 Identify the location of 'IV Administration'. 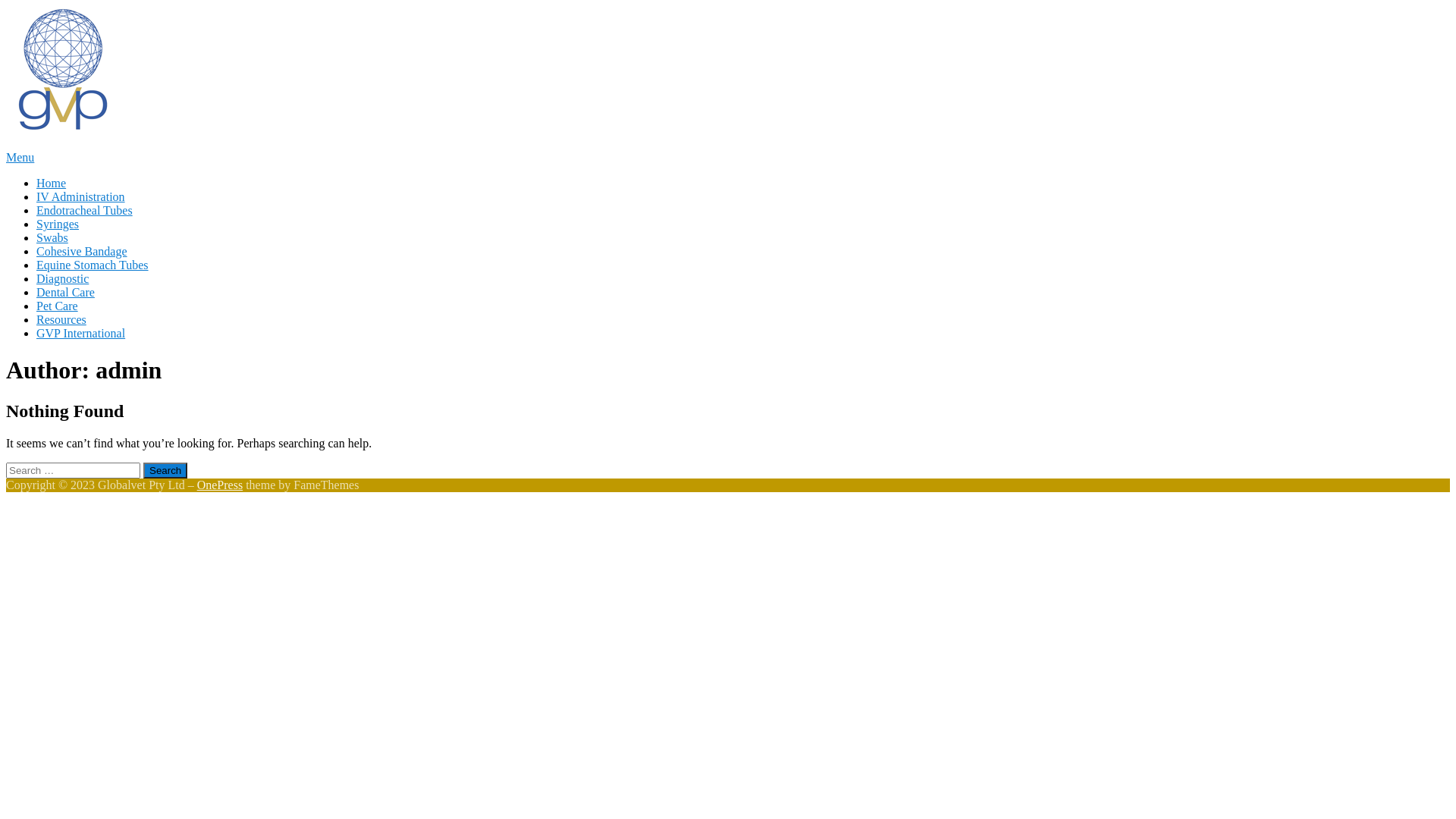
(80, 196).